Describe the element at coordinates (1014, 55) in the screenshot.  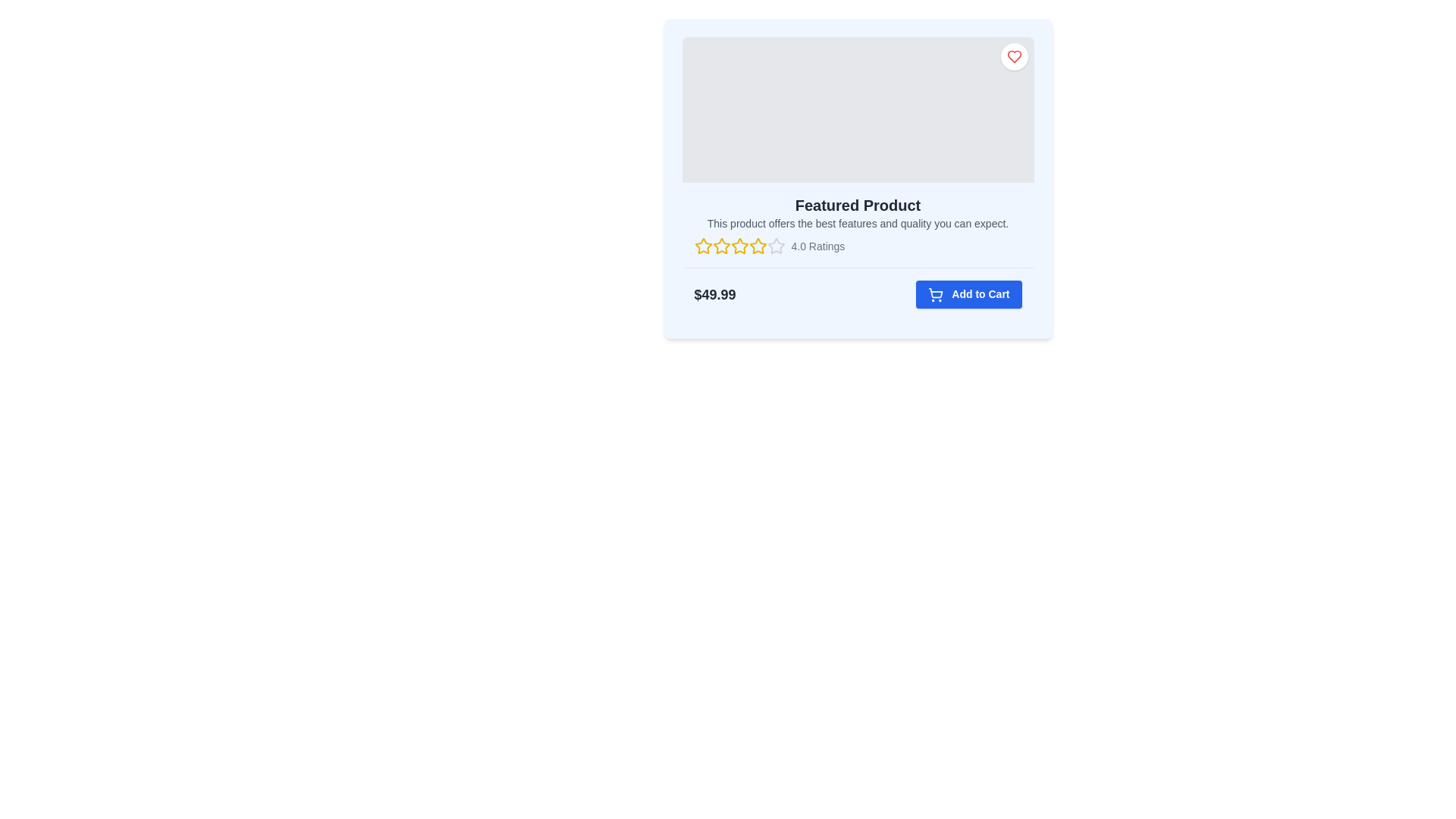
I see `the heart icon button in the upper-right corner of the card component` at that location.